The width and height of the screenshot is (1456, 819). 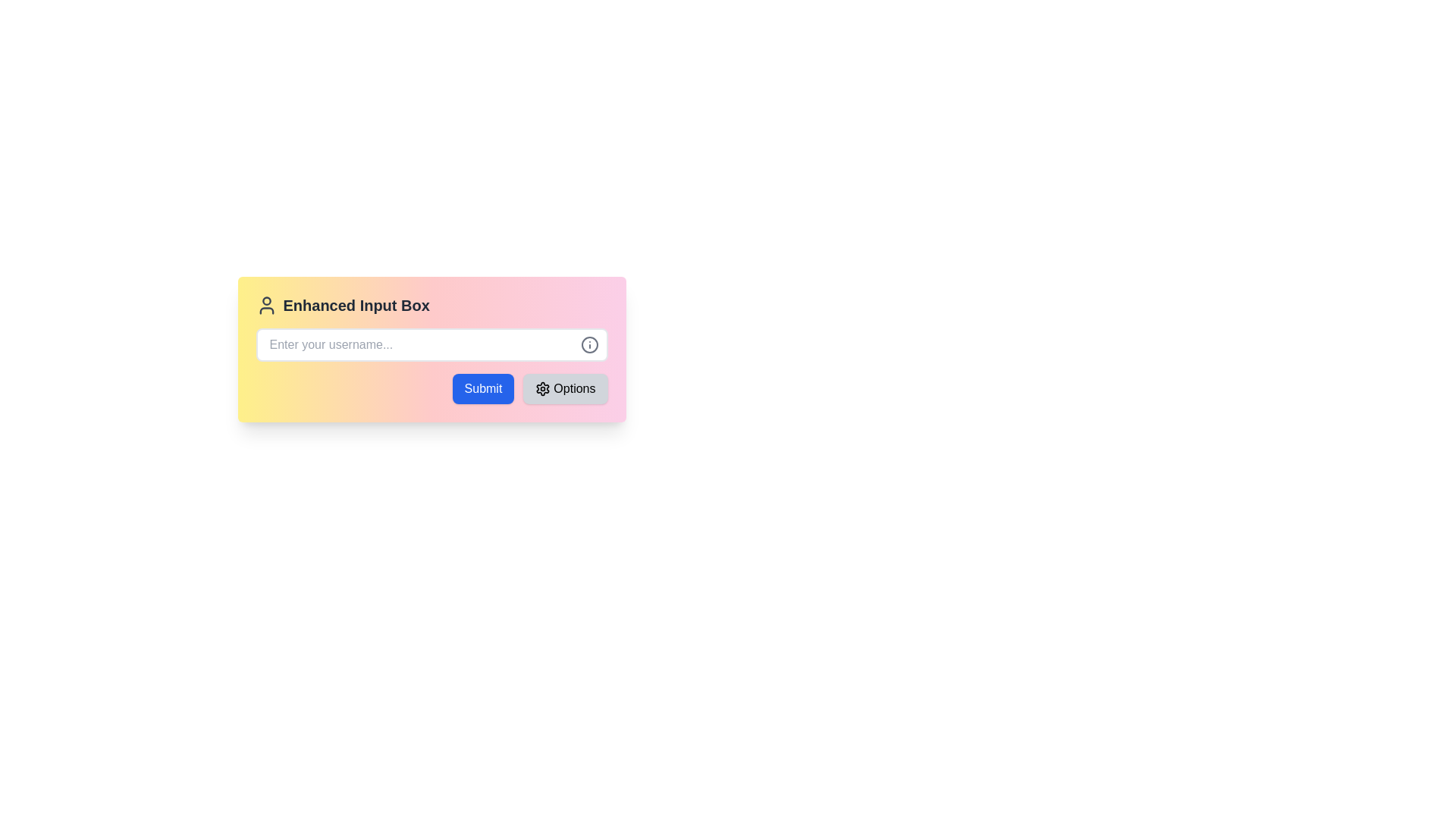 I want to click on the cogwheel icon representing settings within the 'Options' button, so click(x=543, y=388).